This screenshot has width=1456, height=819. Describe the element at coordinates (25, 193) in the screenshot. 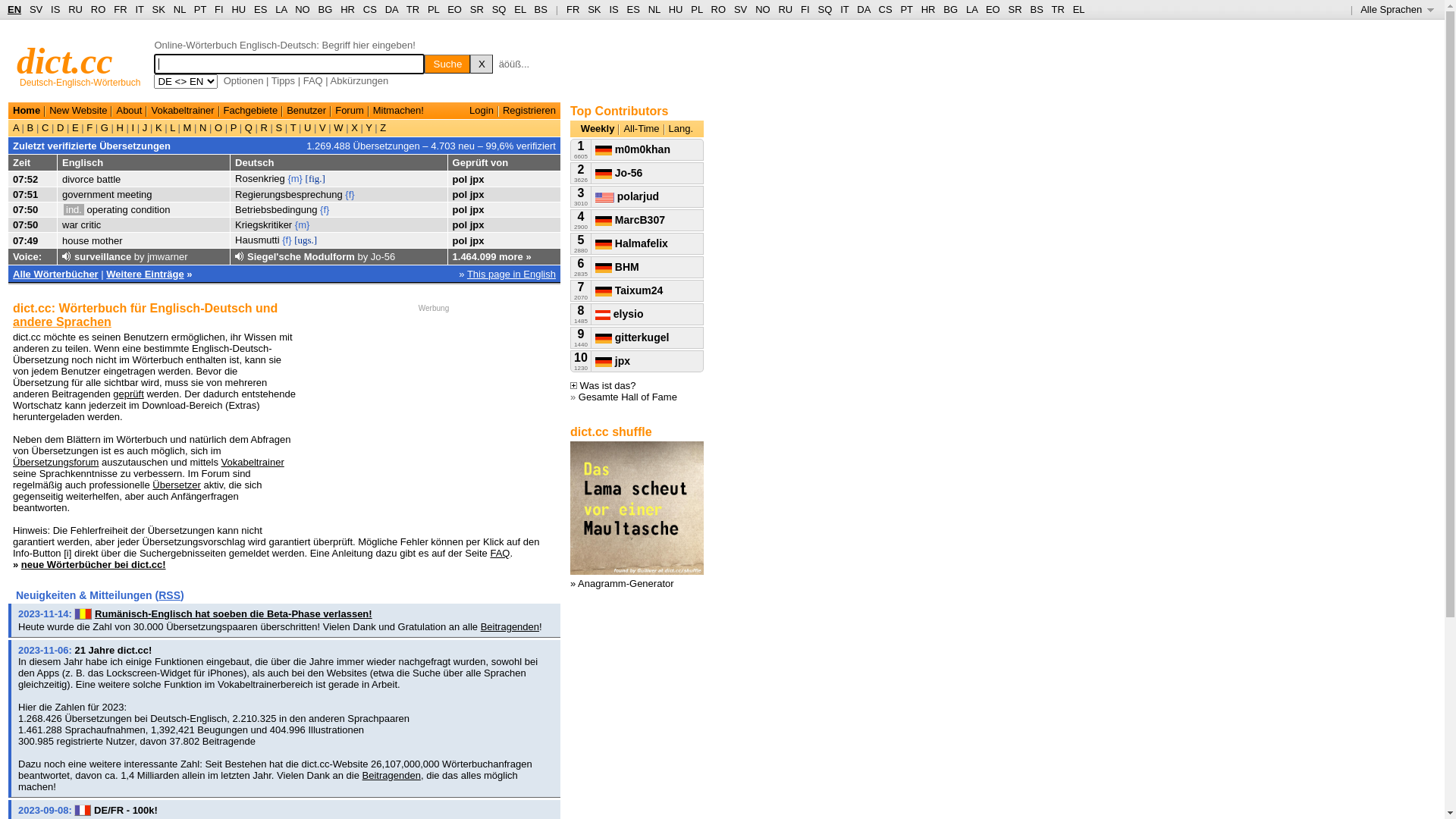

I see `'07:51'` at that location.